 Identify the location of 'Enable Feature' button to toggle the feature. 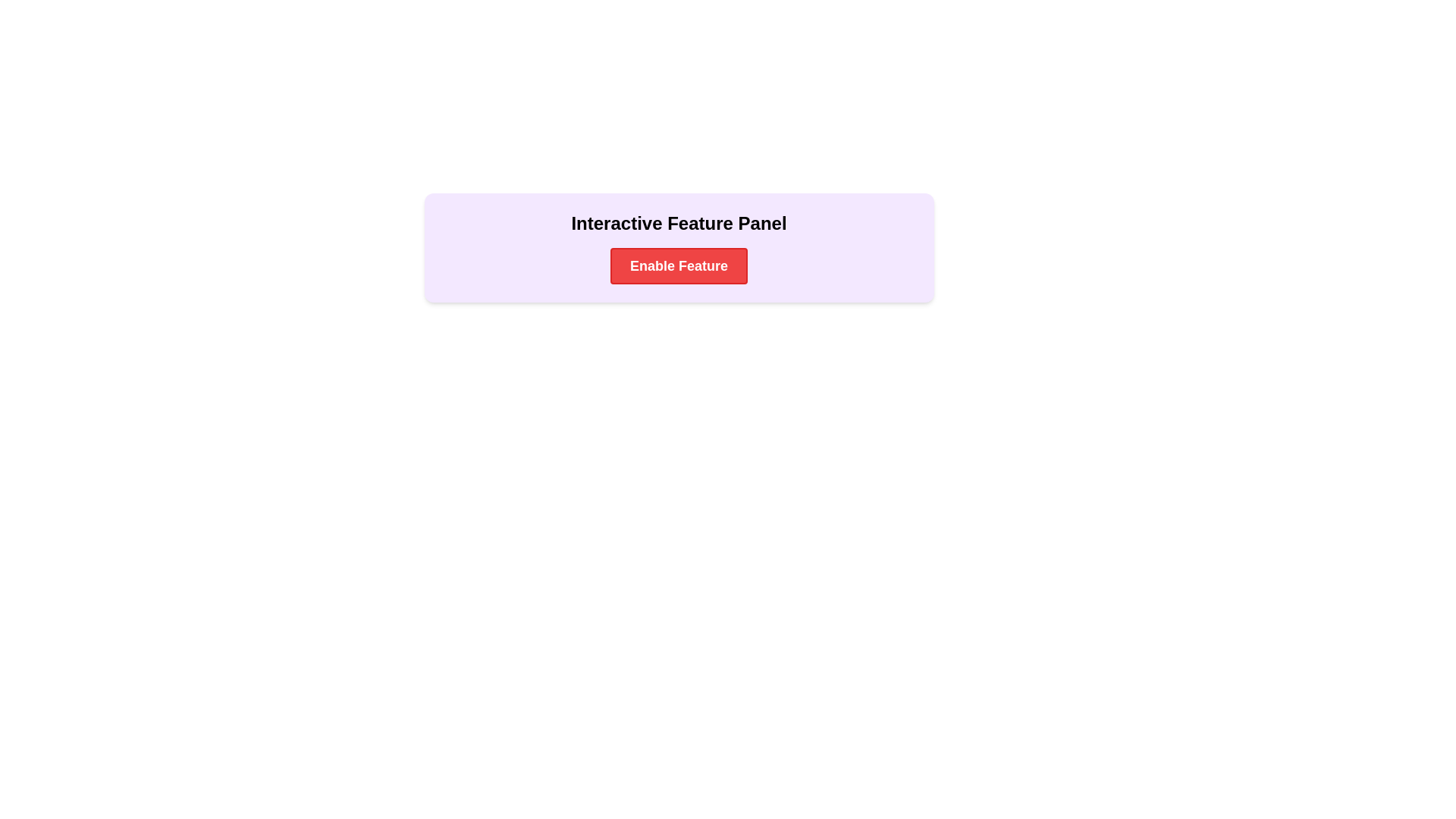
(677, 265).